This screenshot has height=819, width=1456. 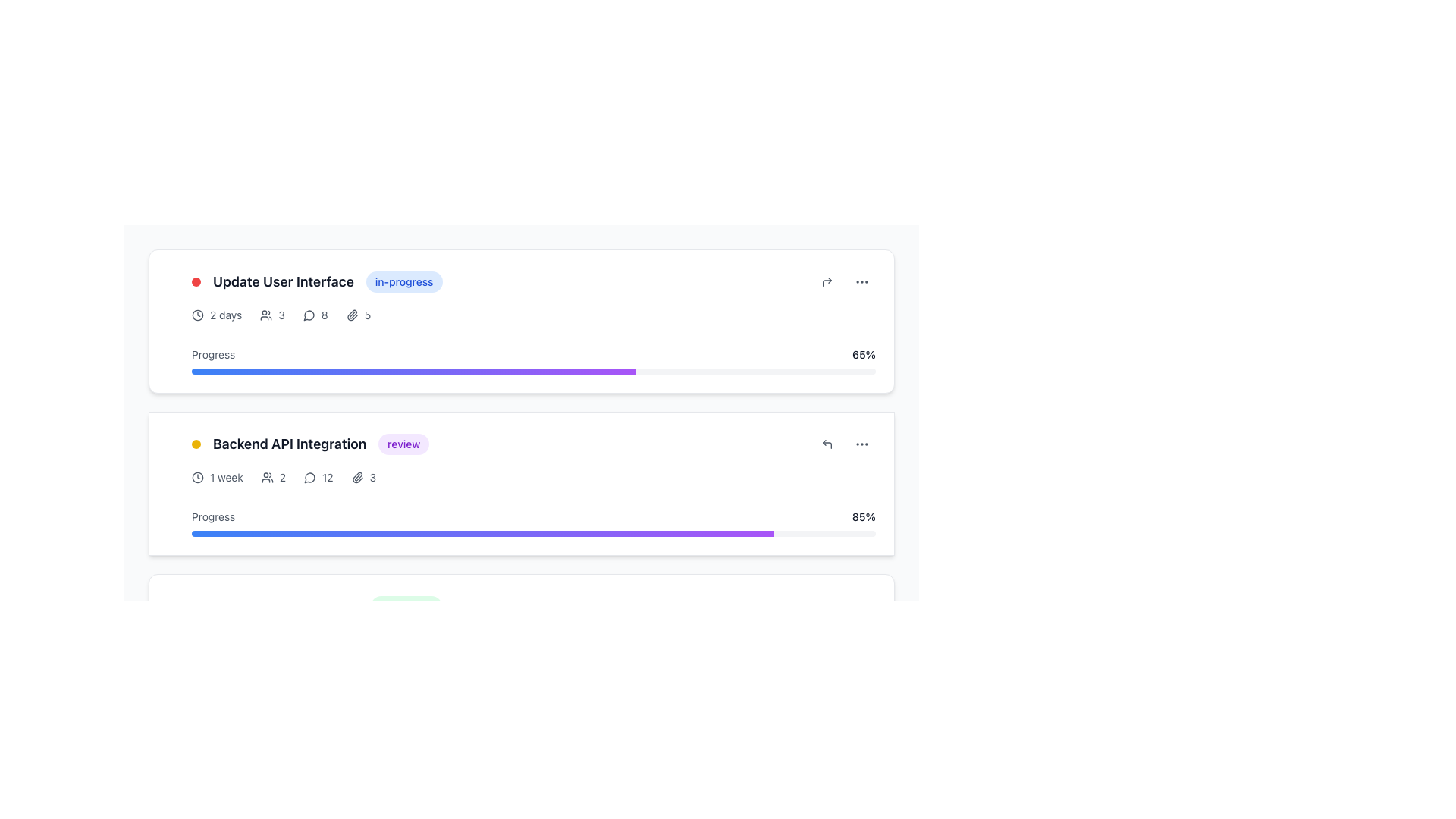 What do you see at coordinates (196, 640) in the screenshot?
I see `the circular vector graphic element that resembles a clock, located in the bottom-left section of the interface` at bounding box center [196, 640].